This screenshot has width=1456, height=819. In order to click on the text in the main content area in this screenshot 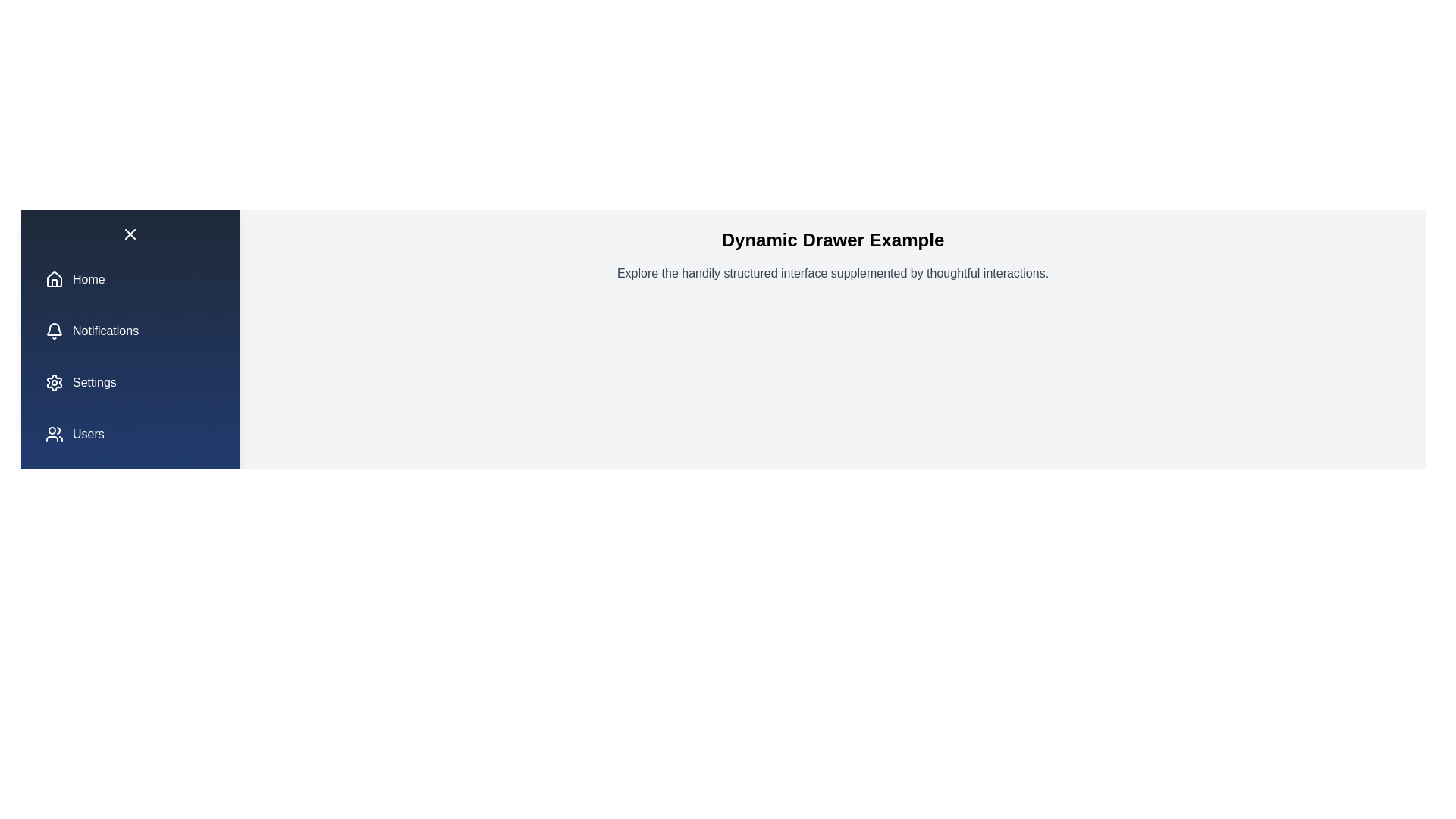, I will do `click(832, 274)`.